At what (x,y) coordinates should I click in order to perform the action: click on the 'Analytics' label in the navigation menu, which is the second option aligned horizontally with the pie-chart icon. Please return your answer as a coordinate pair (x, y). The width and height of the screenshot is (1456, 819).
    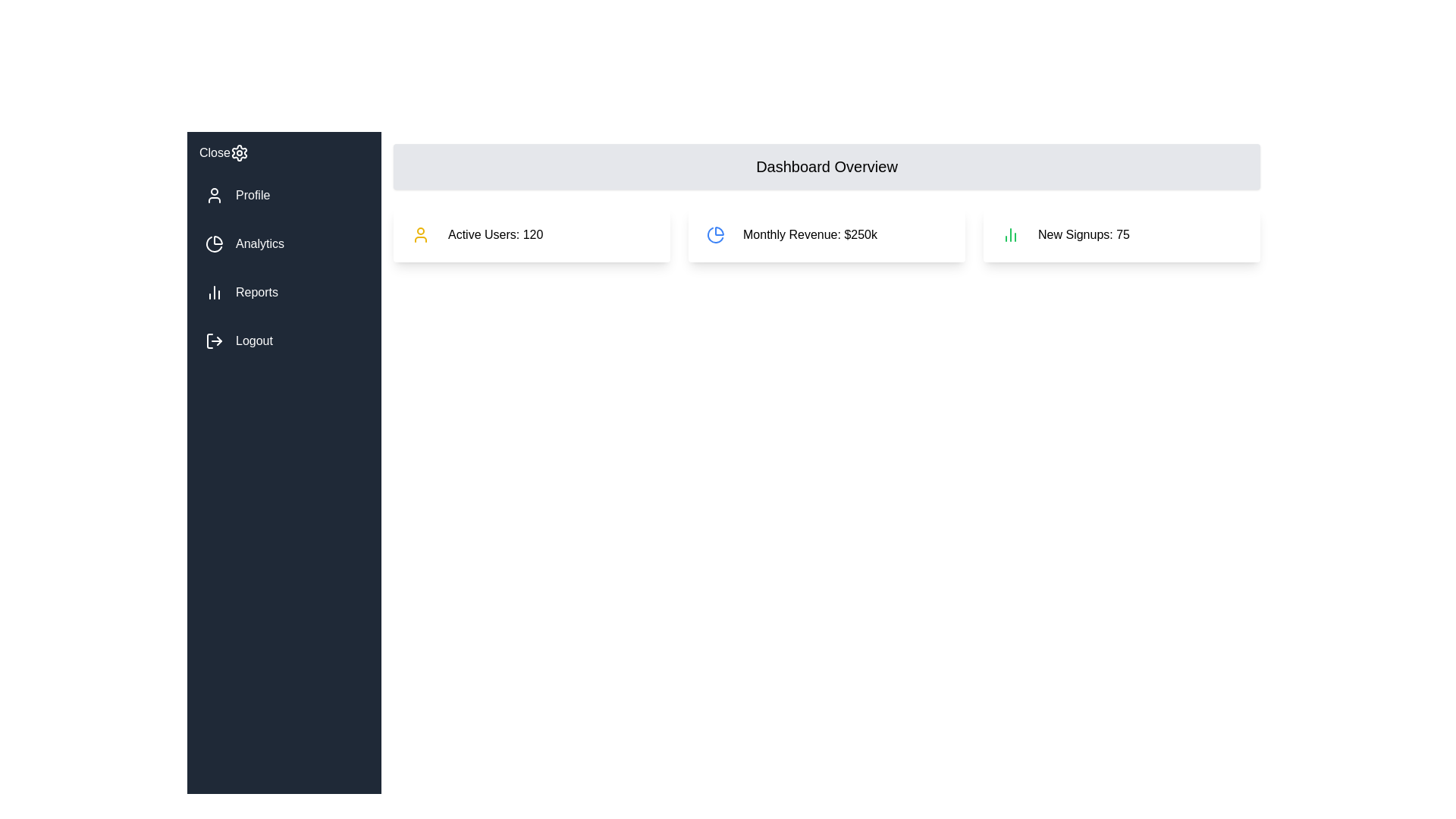
    Looking at the image, I should click on (260, 243).